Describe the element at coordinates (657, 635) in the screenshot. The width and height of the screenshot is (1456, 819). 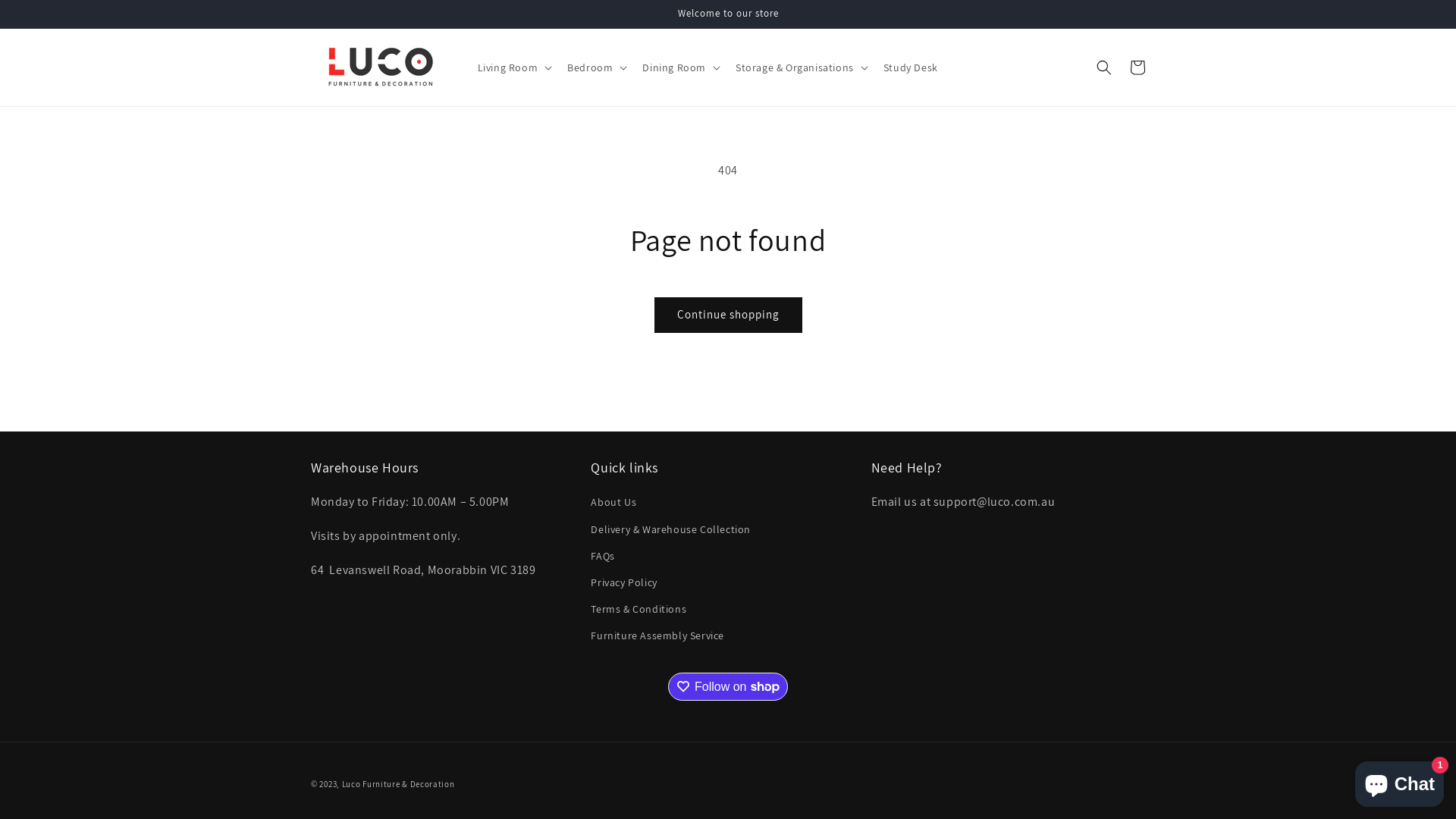
I see `'Furniture Assembly Service'` at that location.